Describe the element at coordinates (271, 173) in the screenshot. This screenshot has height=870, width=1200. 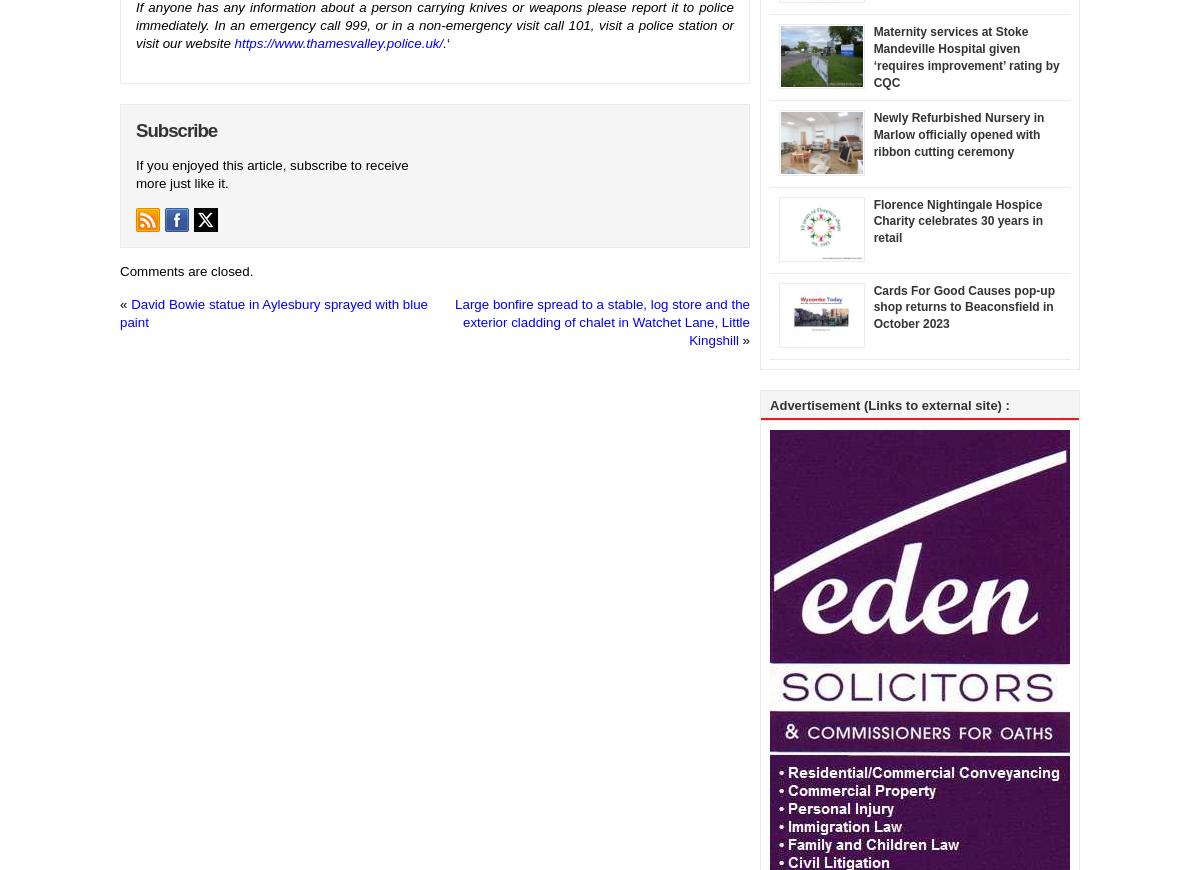
I see `'If you enjoyed this article, subscribe to receive more just like it.'` at that location.